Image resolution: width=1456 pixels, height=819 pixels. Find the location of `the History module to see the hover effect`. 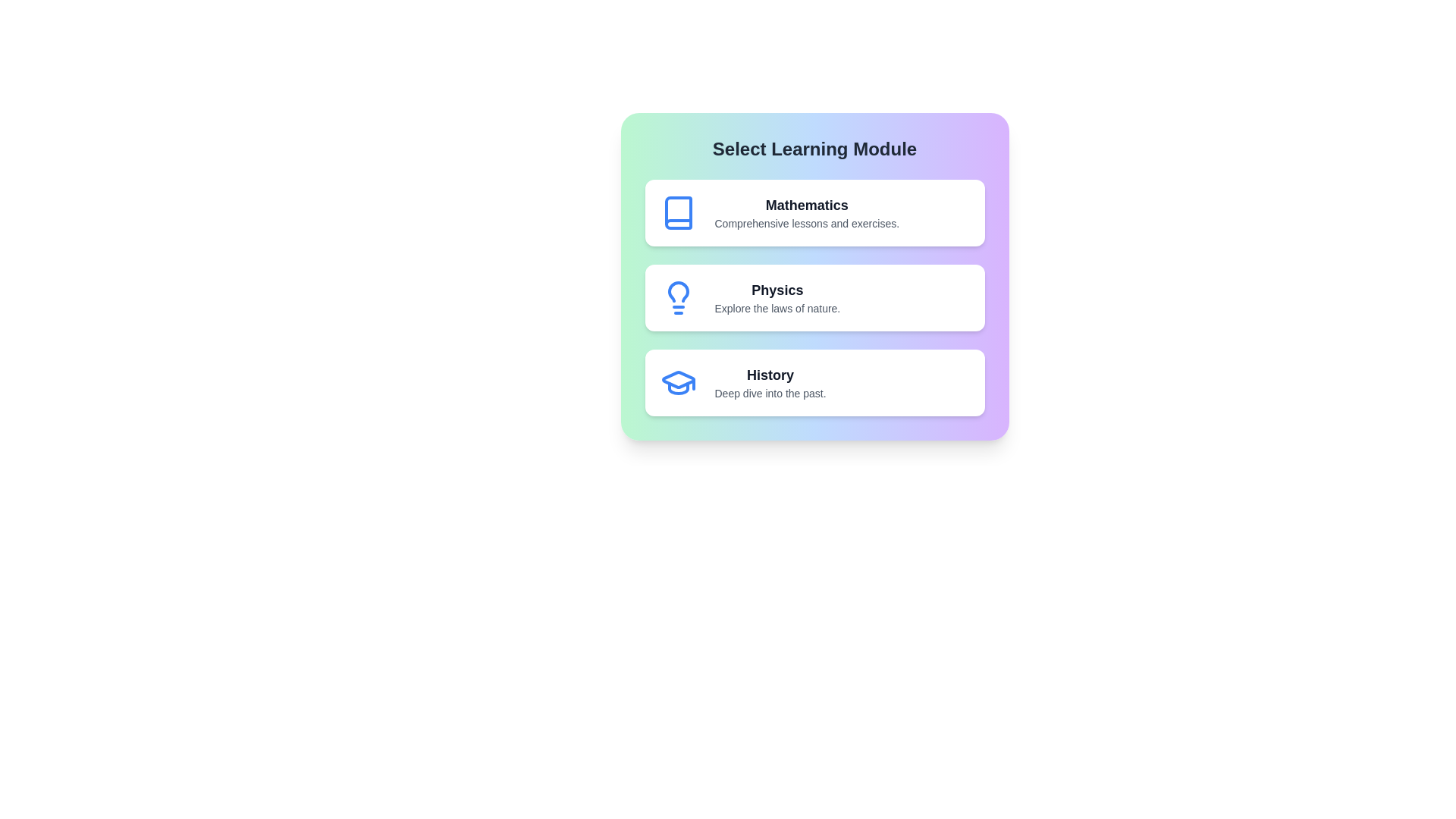

the History module to see the hover effect is located at coordinates (814, 382).